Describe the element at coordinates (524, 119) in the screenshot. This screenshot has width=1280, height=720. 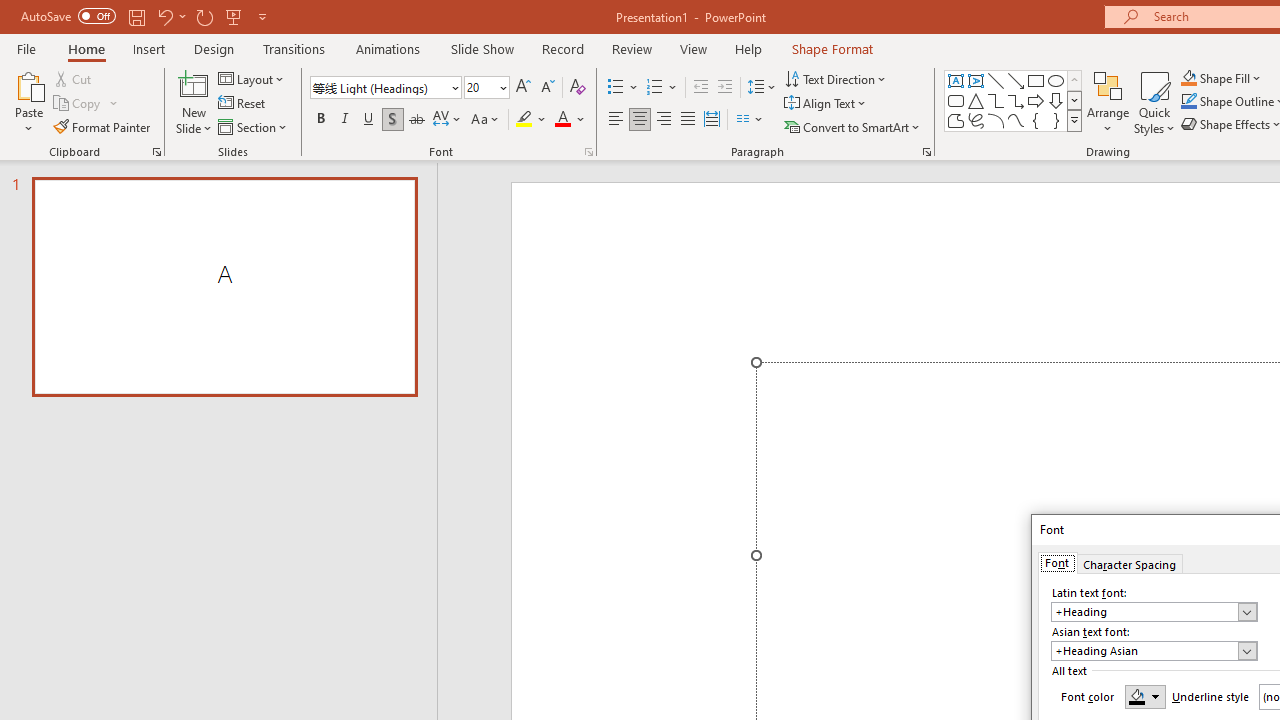
I see `'Text Highlight Color Yellow'` at that location.